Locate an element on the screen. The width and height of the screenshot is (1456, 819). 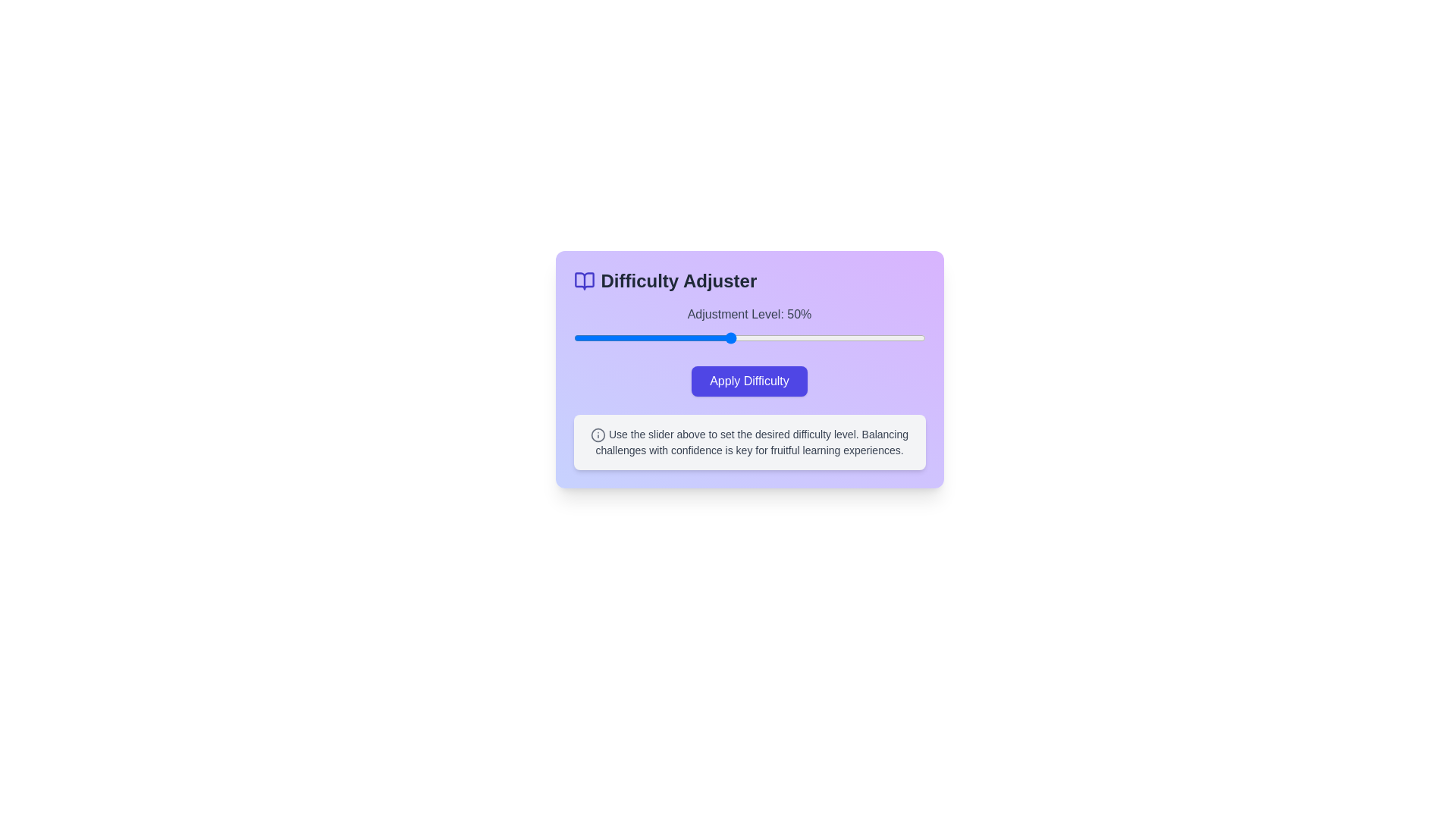
'Apply Difficulty' button to confirm the selected difficulty level is located at coordinates (749, 380).